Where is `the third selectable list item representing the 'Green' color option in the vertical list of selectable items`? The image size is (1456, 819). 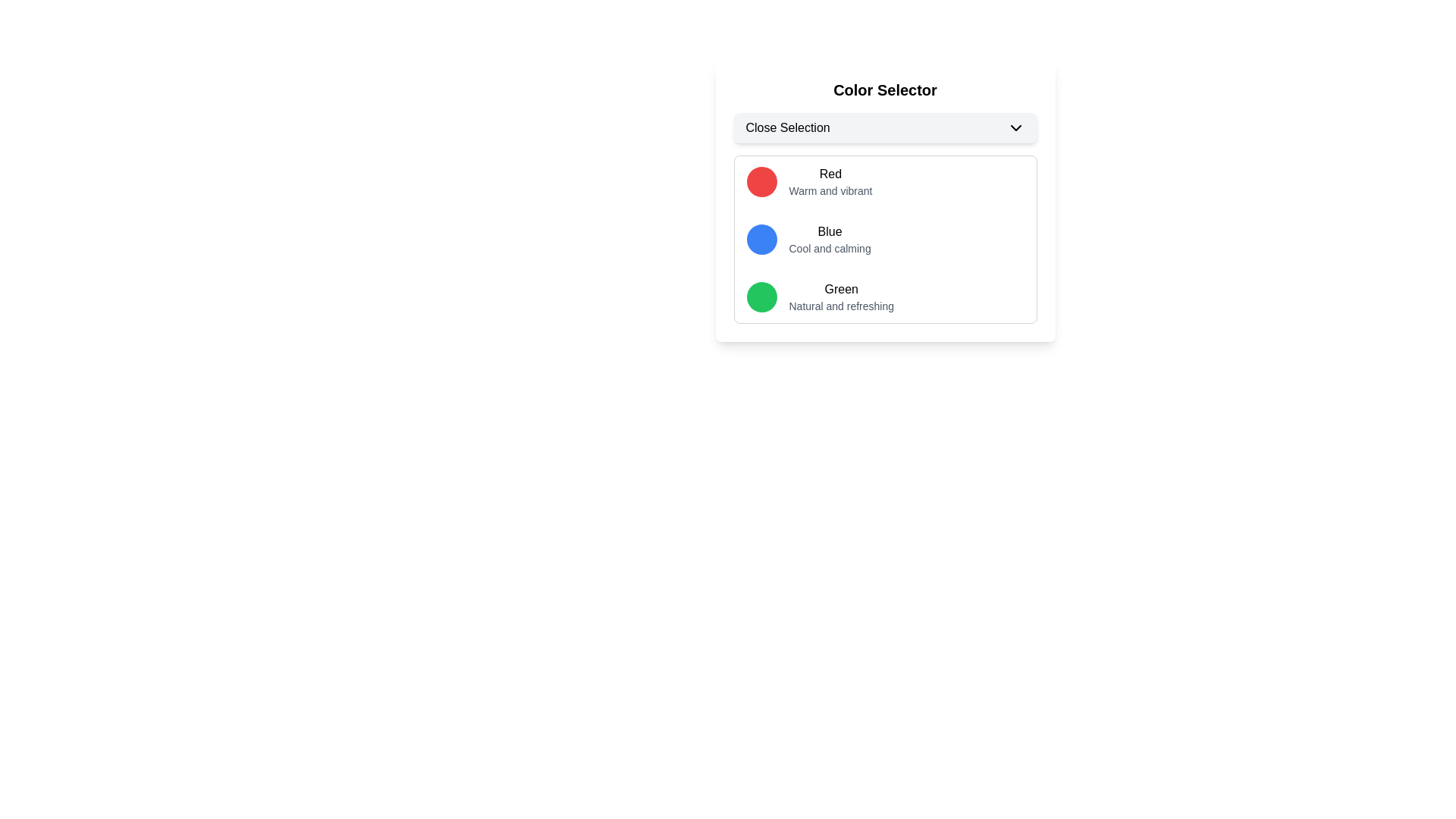 the third selectable list item representing the 'Green' color option in the vertical list of selectable items is located at coordinates (885, 297).